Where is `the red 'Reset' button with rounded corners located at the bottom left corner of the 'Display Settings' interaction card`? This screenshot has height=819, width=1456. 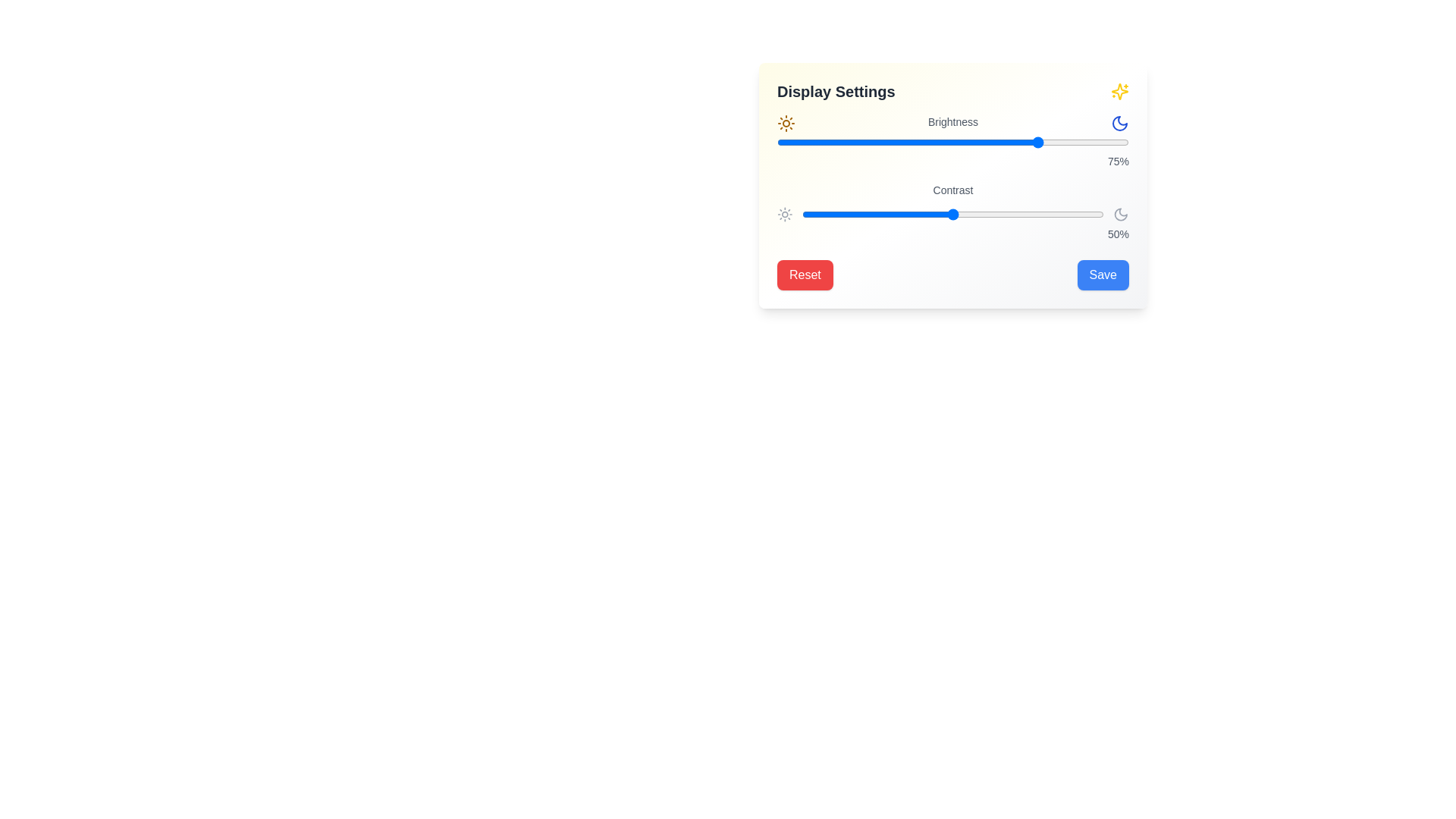
the red 'Reset' button with rounded corners located at the bottom left corner of the 'Display Settings' interaction card is located at coordinates (804, 275).